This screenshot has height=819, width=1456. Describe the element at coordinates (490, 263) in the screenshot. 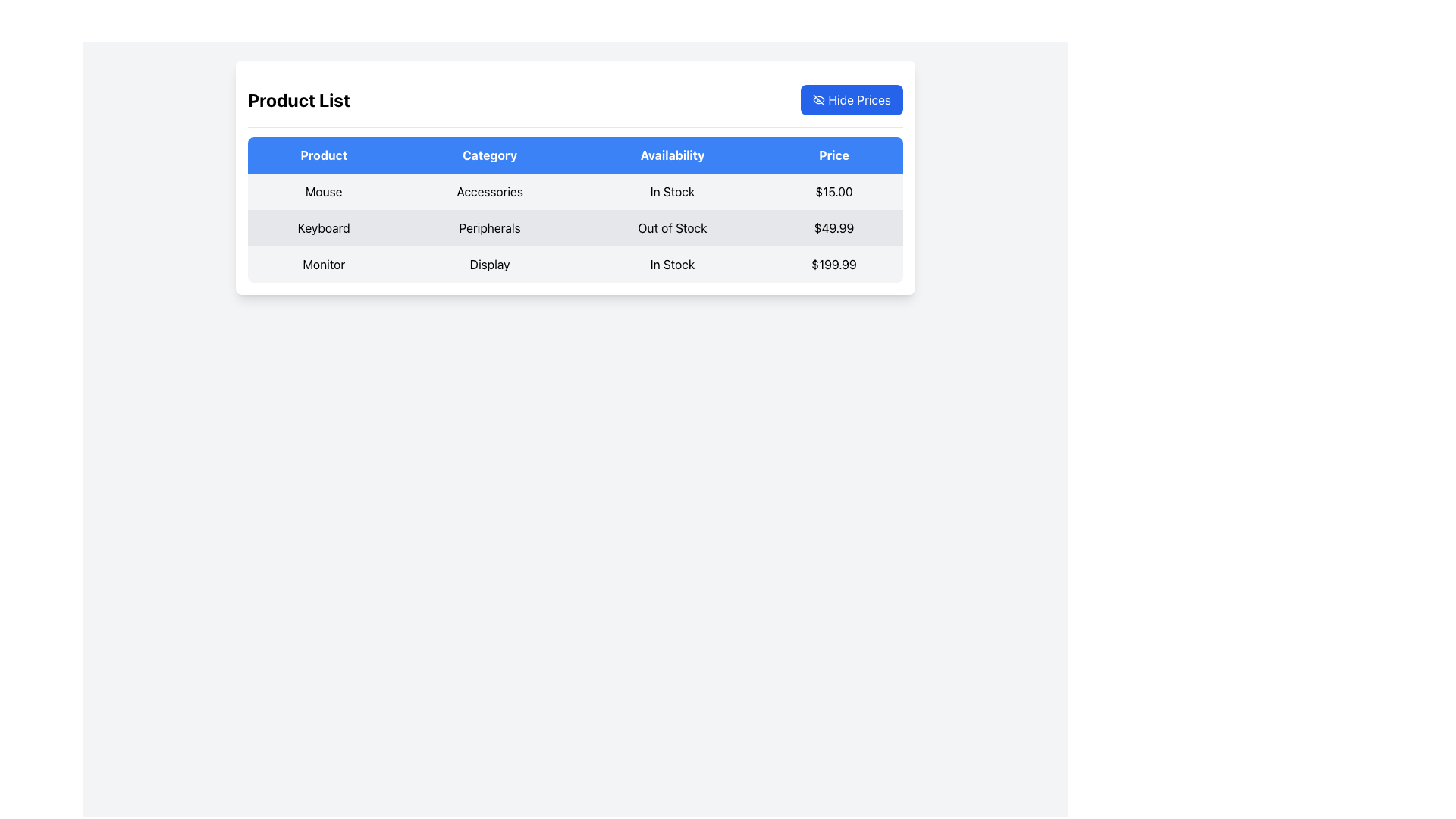

I see `the text element displaying 'Display' in black font, located under the 'Category' column of the 'Monitor' product row` at that location.